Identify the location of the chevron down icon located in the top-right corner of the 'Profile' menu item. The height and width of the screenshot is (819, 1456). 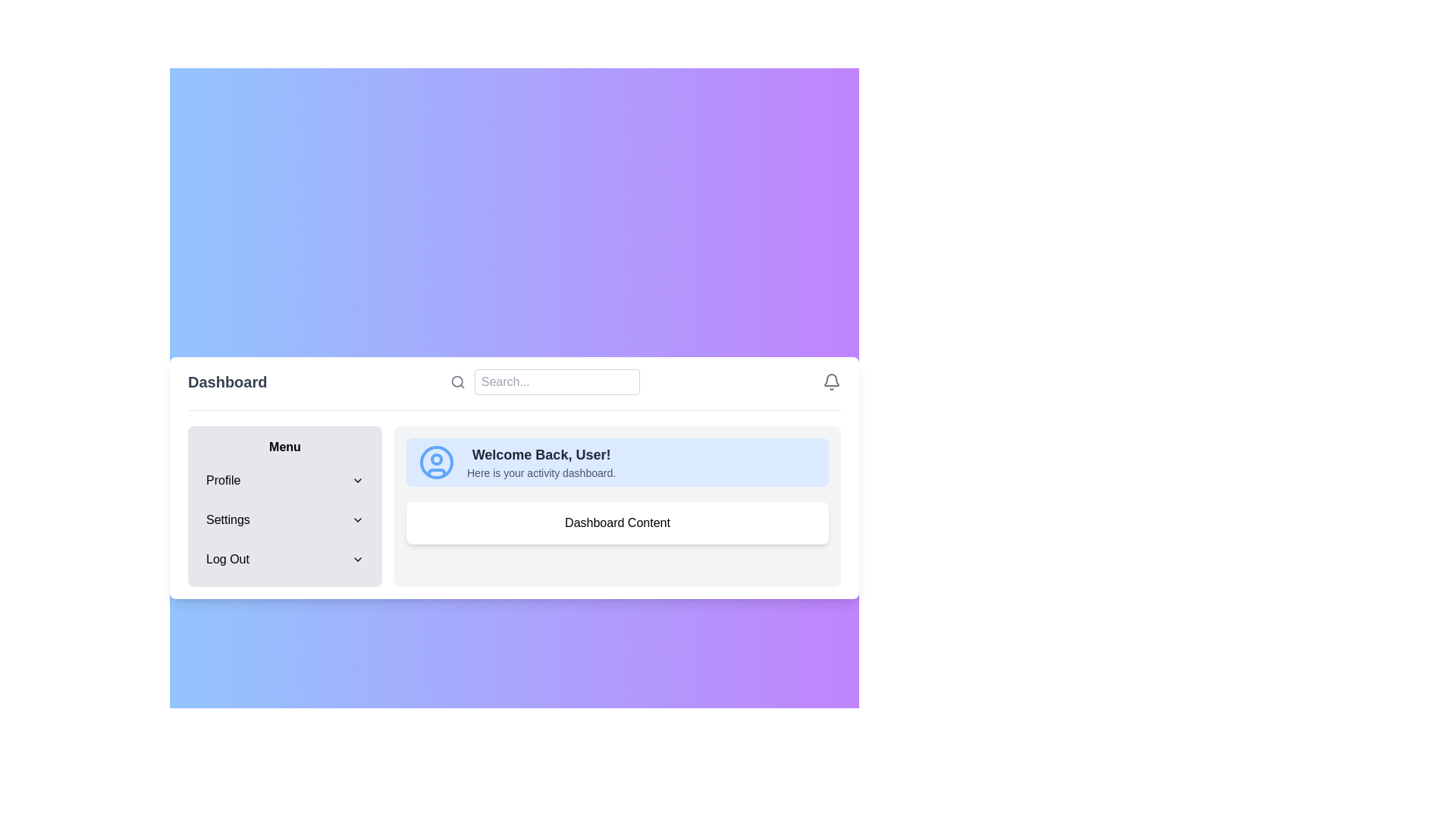
(356, 479).